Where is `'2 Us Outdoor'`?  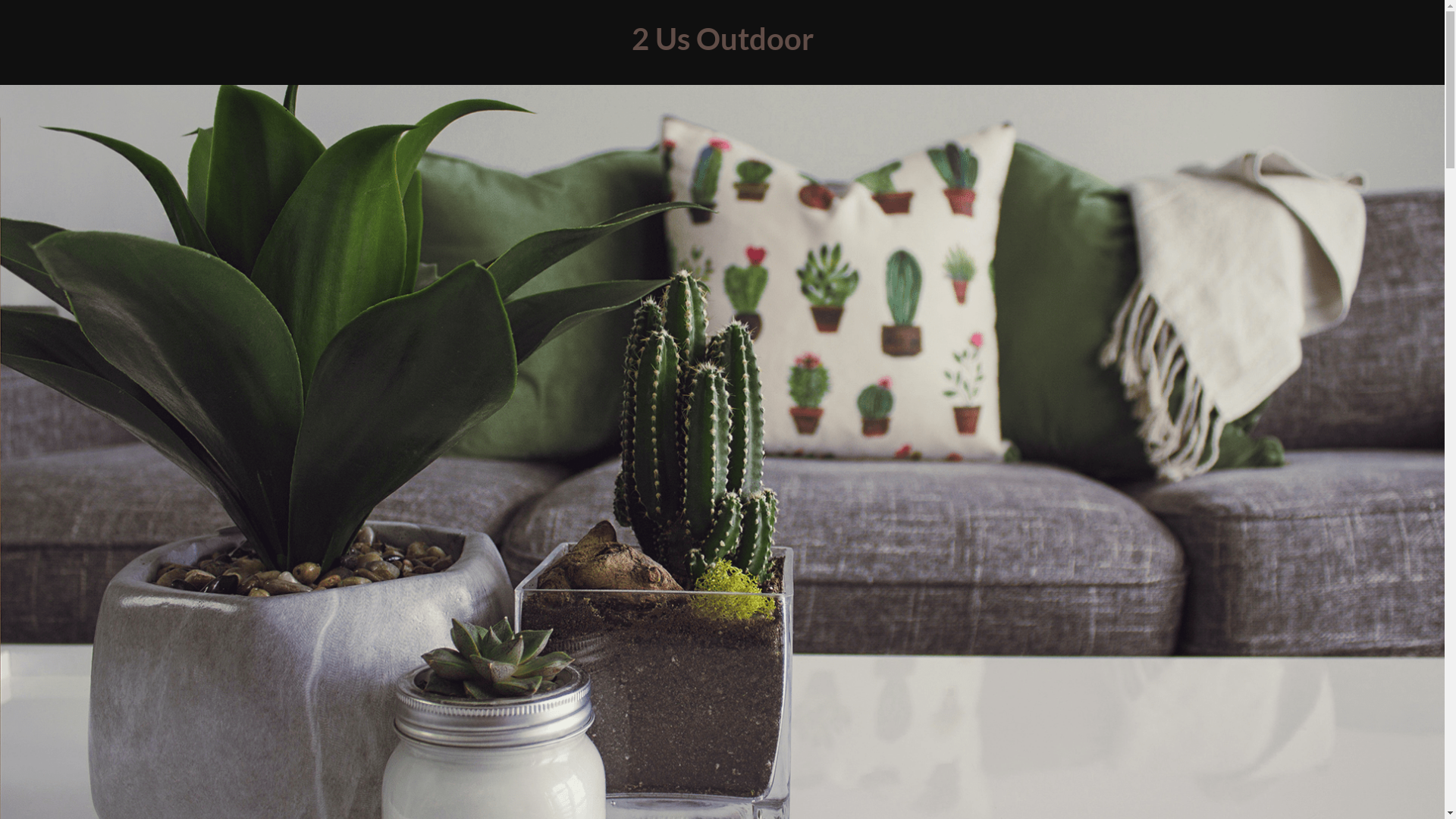 '2 Us Outdoor' is located at coordinates (720, 37).